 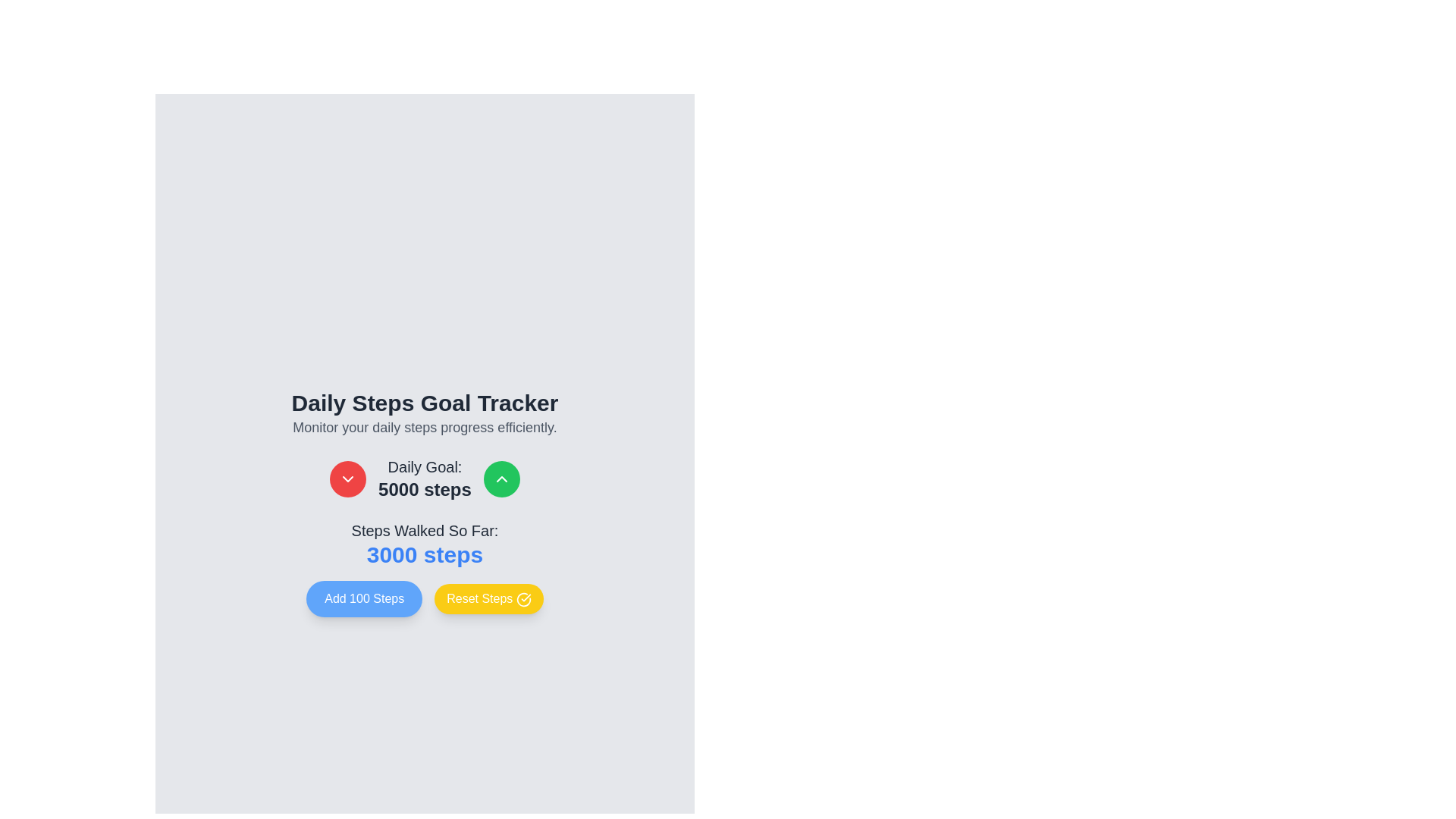 I want to click on the static text display that shows the user's daily step goal, which is centrally located between two circular buttons, one red with a downward arrow and one green with an upward arrow, so click(x=425, y=479).